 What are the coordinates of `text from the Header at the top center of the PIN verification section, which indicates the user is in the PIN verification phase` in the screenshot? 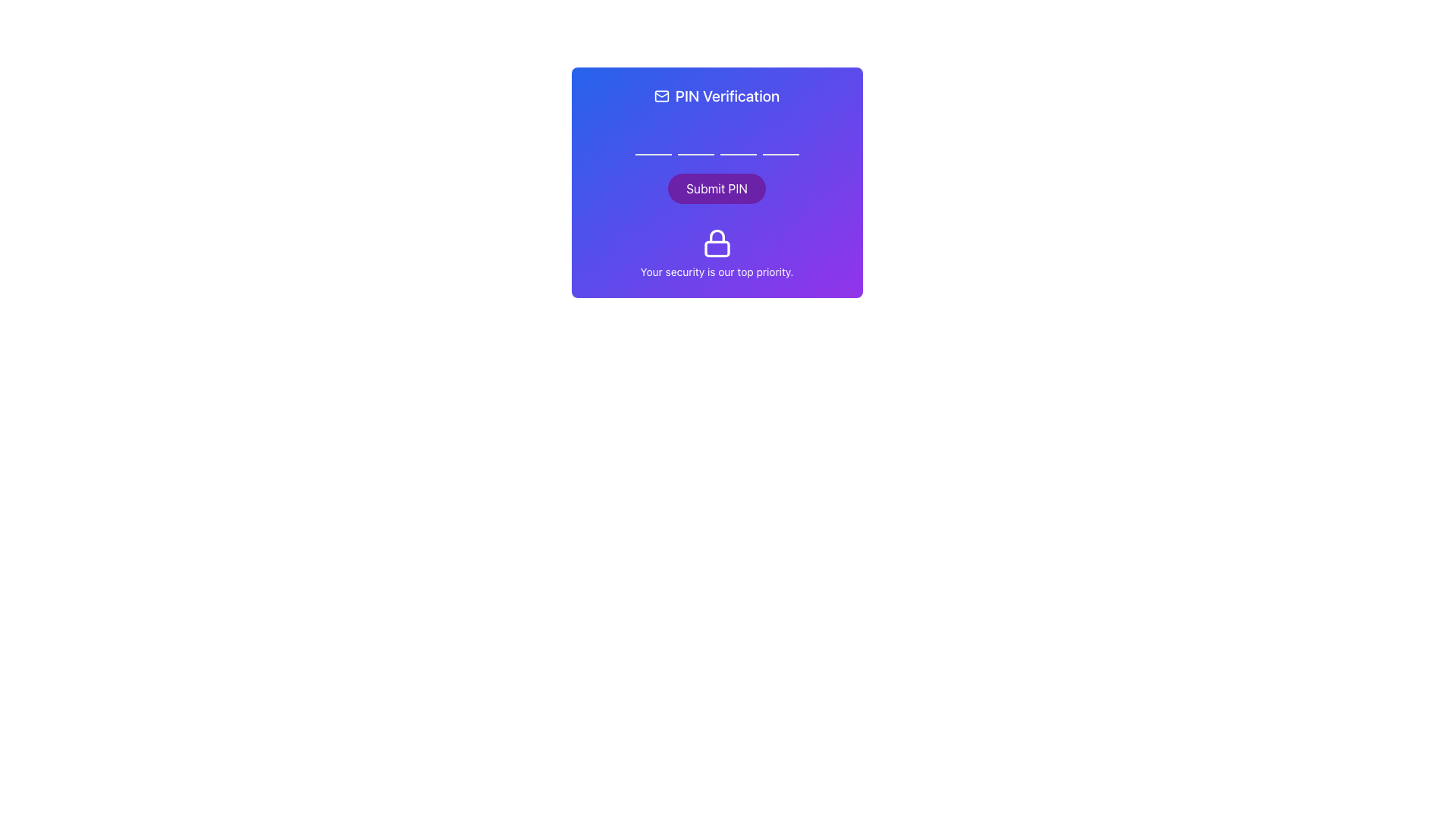 It's located at (716, 96).